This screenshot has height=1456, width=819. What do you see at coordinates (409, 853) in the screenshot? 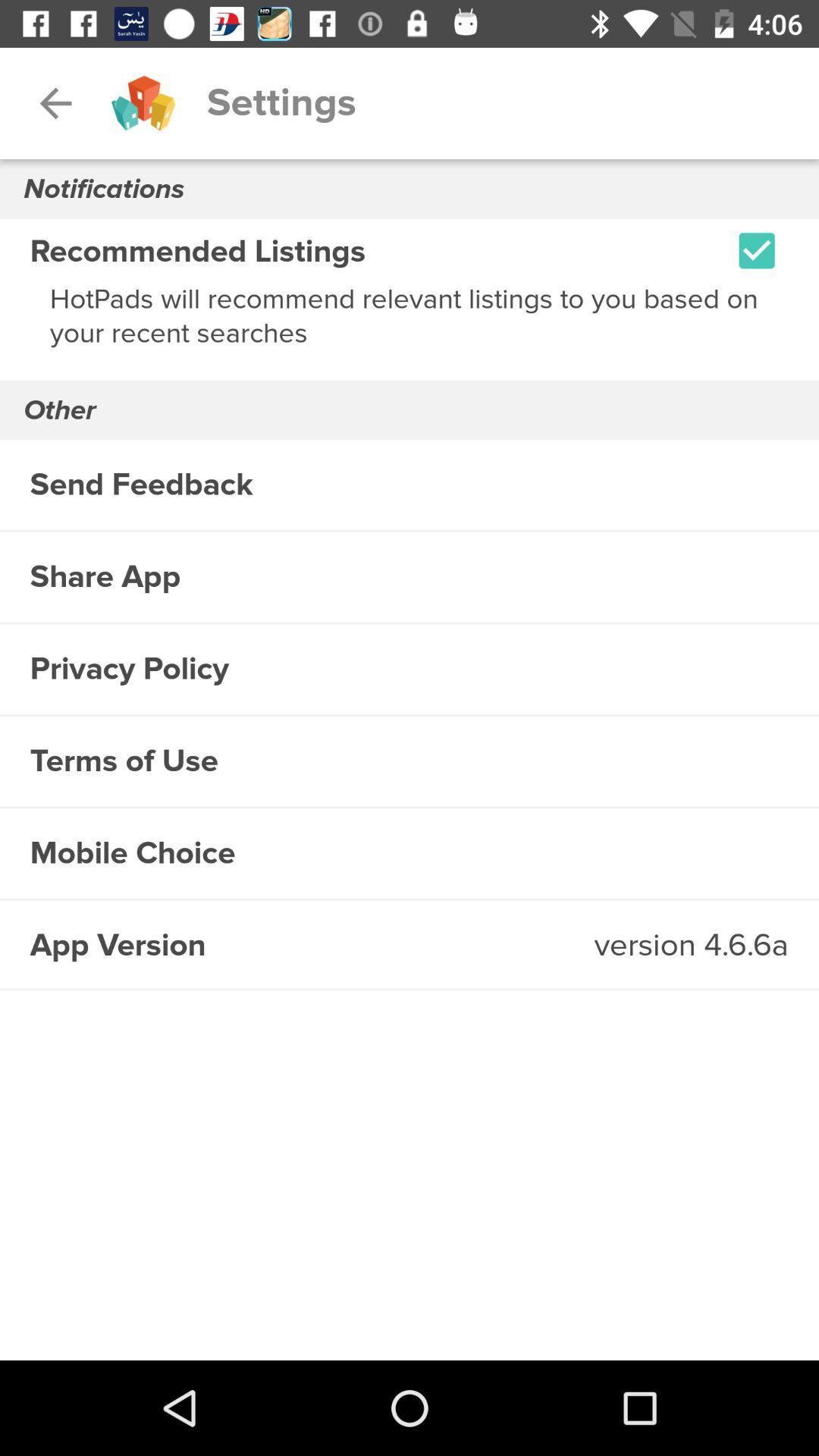
I see `mobile choice` at bounding box center [409, 853].